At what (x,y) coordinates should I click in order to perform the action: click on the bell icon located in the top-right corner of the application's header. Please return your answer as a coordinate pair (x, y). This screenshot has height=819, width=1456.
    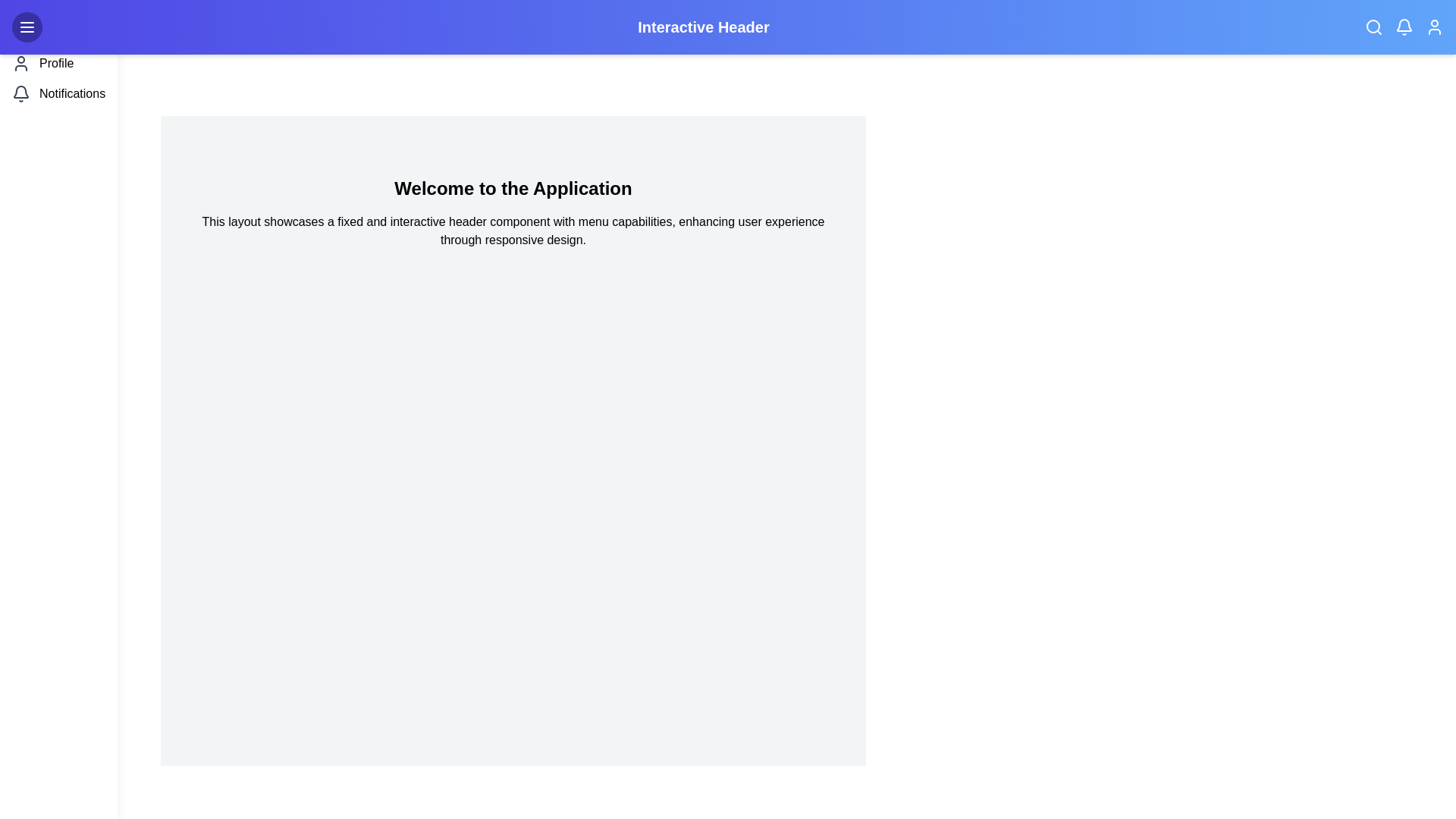
    Looking at the image, I should click on (1404, 27).